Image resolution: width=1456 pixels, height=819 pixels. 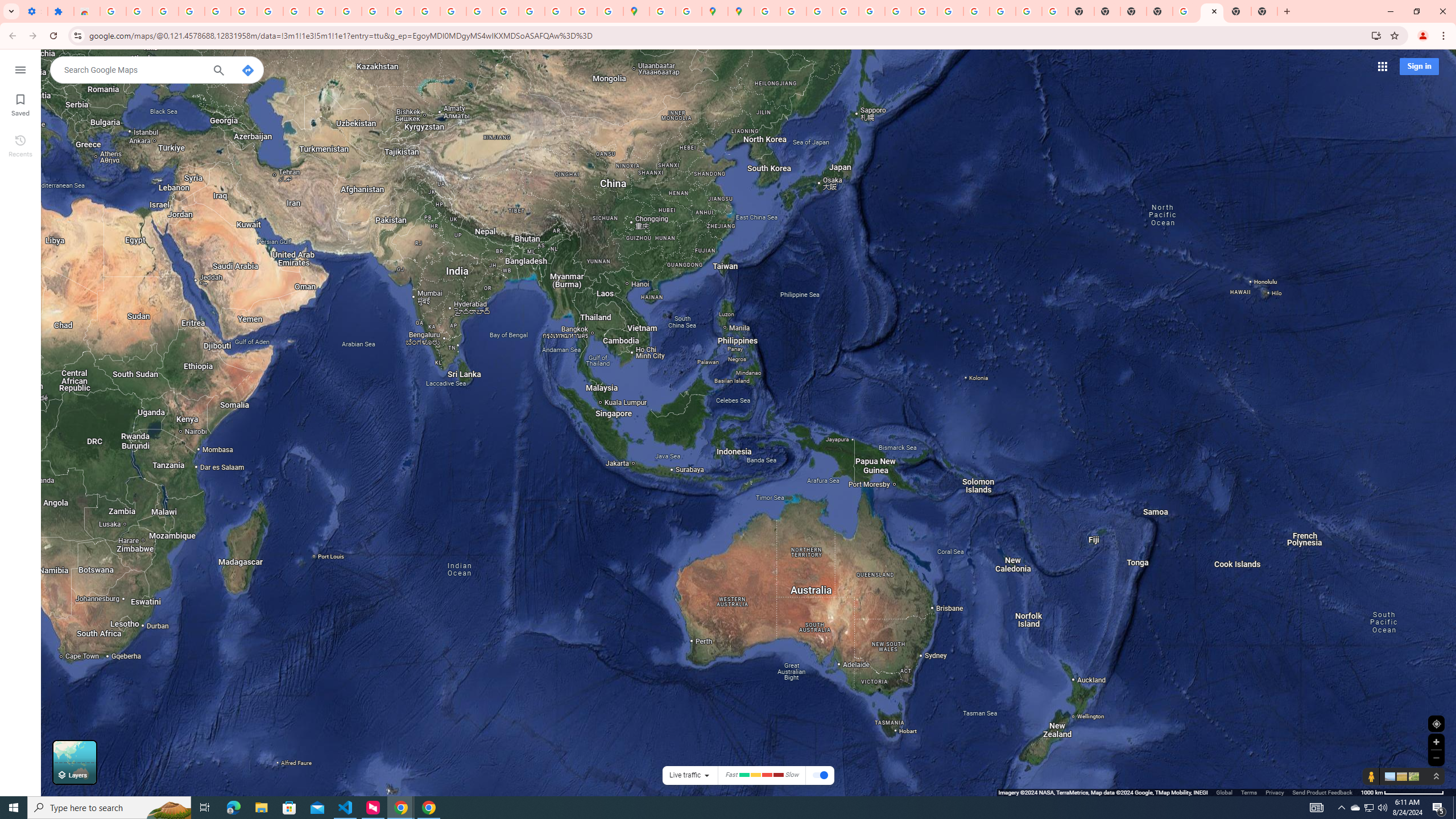 What do you see at coordinates (684, 775) in the screenshot?
I see `'Live traffic'` at bounding box center [684, 775].